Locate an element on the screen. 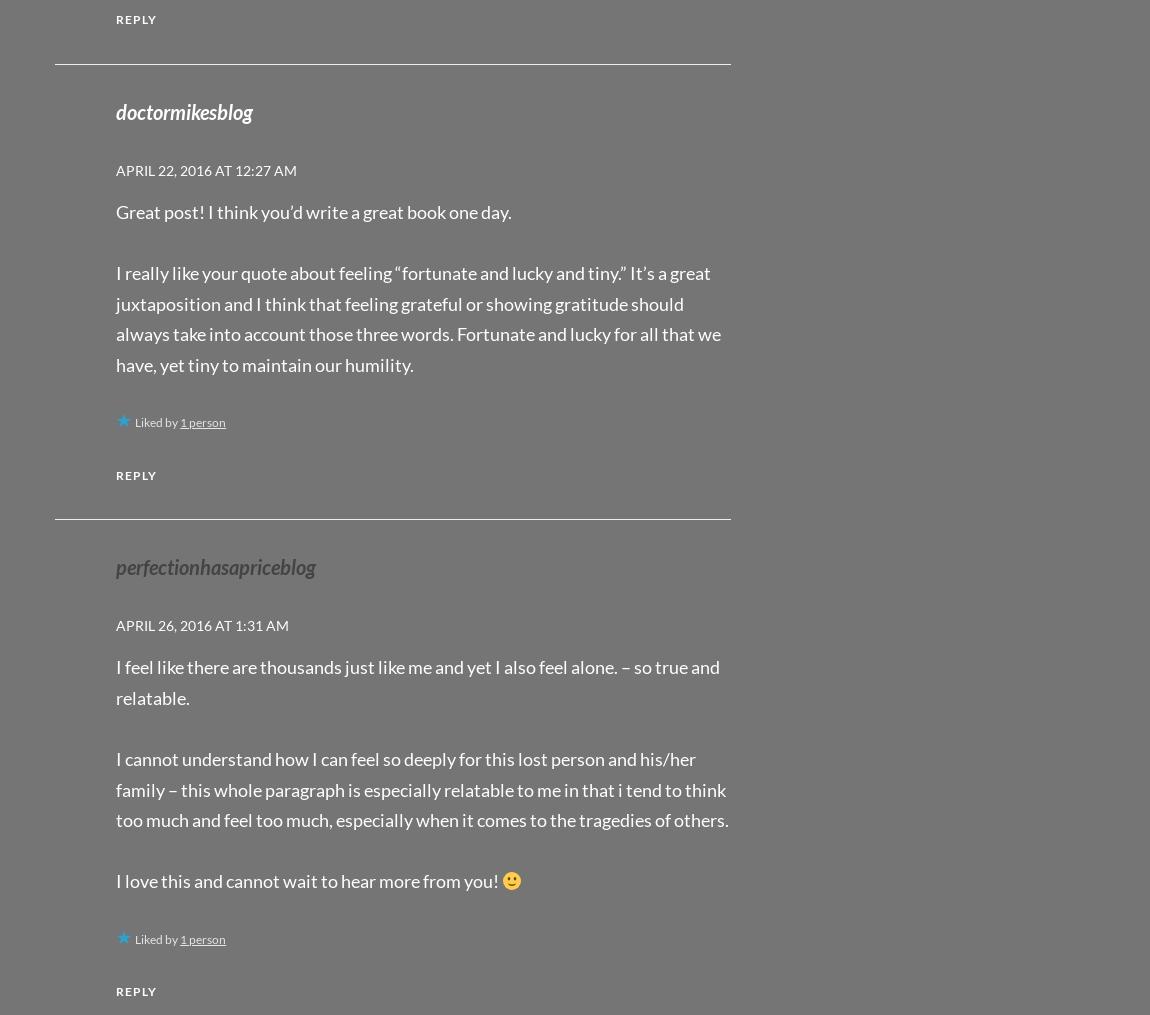  'I cannot understand how I can feel so deeply for this lost person and his/her family – this whole paragraph is especially relatable to me in that i tend to think too much and feel too much, especially when it comes to the tragedies of others.' is located at coordinates (422, 788).